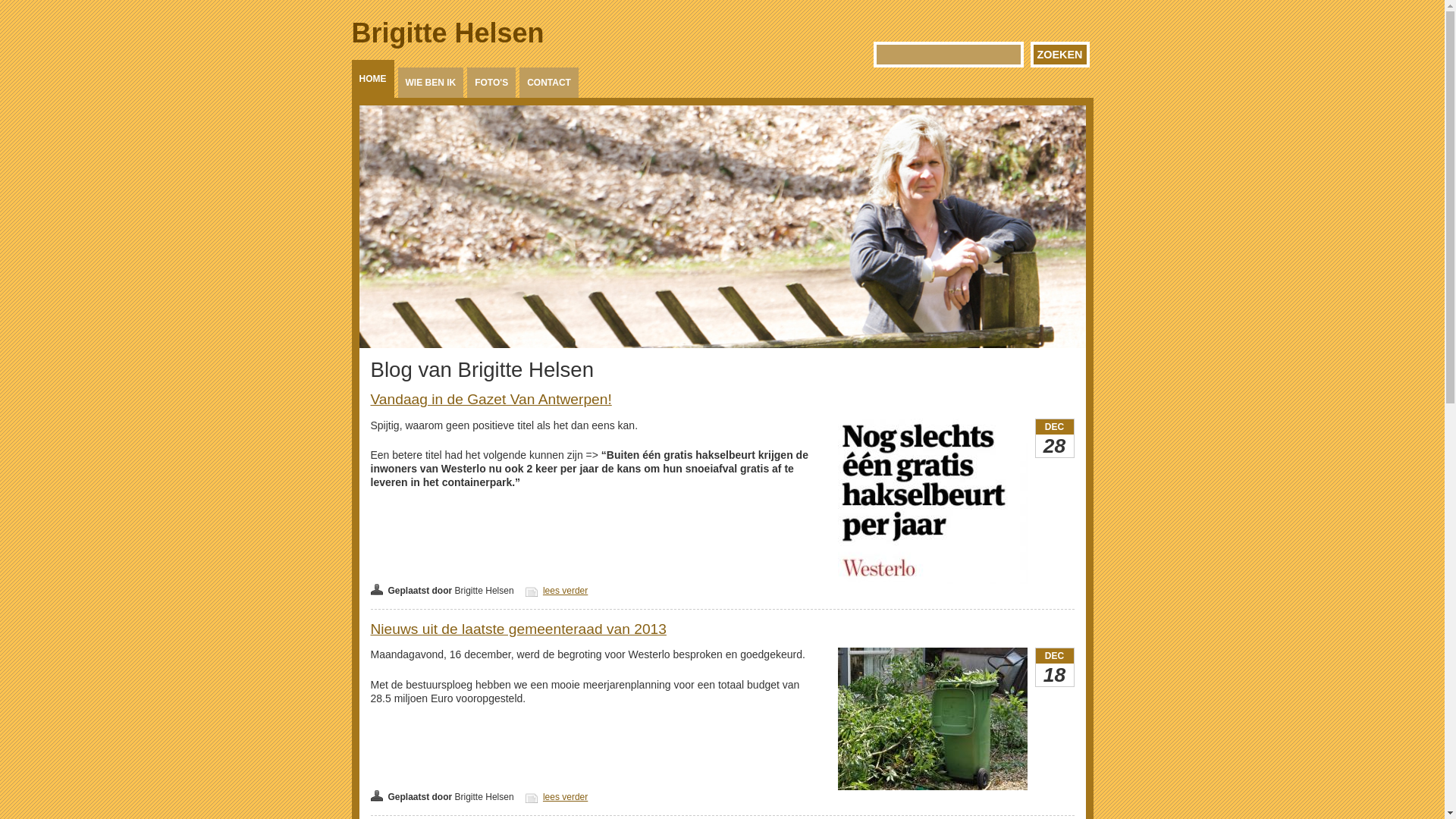  What do you see at coordinates (542, 590) in the screenshot?
I see `'lees verder'` at bounding box center [542, 590].